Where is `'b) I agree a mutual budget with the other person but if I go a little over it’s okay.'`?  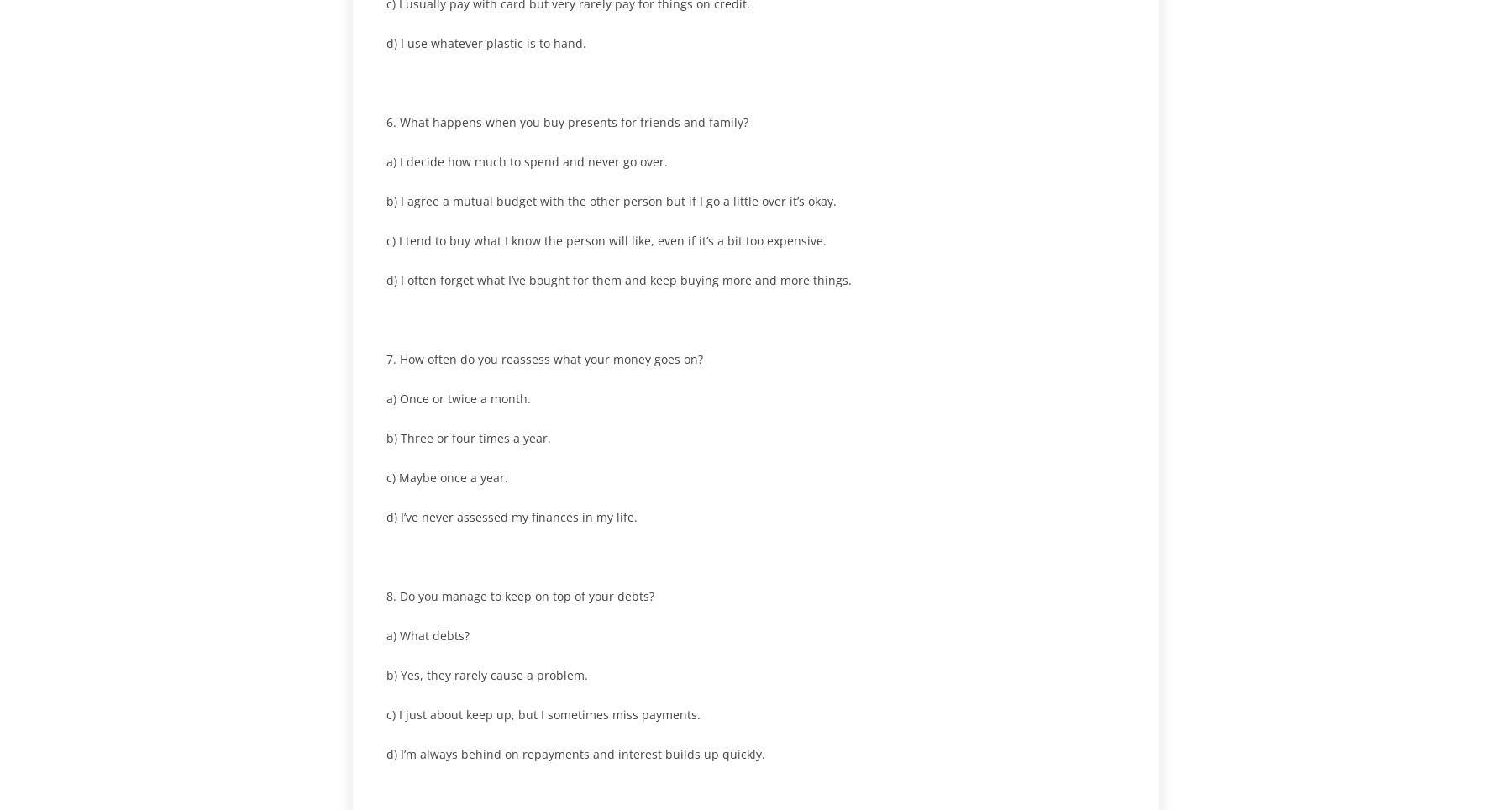
'b) I agree a mutual budget with the other person but if I go a little over it’s okay.' is located at coordinates (610, 200).